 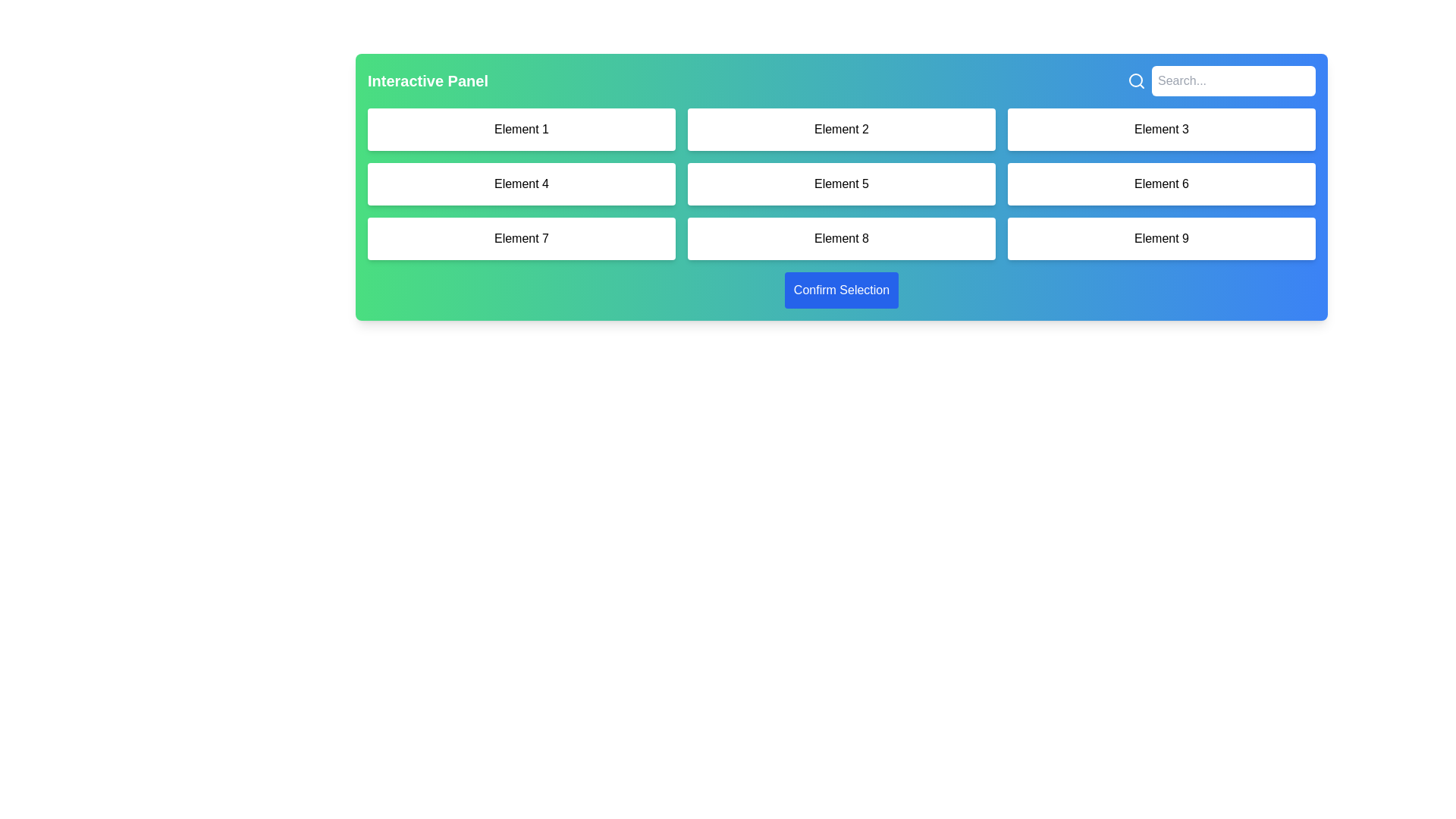 I want to click on the Button-like grid tile located in the second row, third column of the 3x3 grid layout, so click(x=1160, y=184).